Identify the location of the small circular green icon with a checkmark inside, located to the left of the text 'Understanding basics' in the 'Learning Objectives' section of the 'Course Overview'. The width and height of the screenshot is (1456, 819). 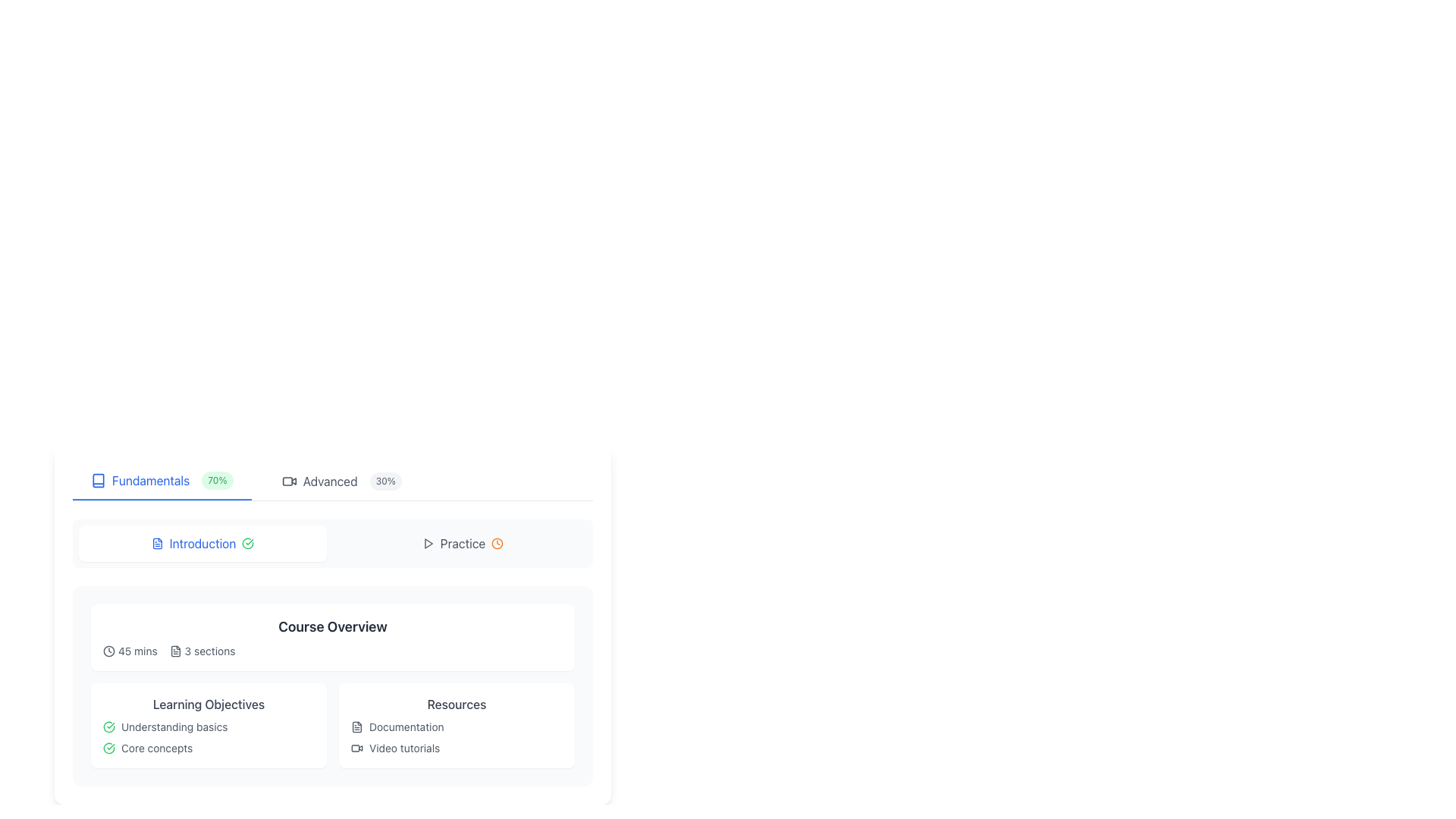
(108, 726).